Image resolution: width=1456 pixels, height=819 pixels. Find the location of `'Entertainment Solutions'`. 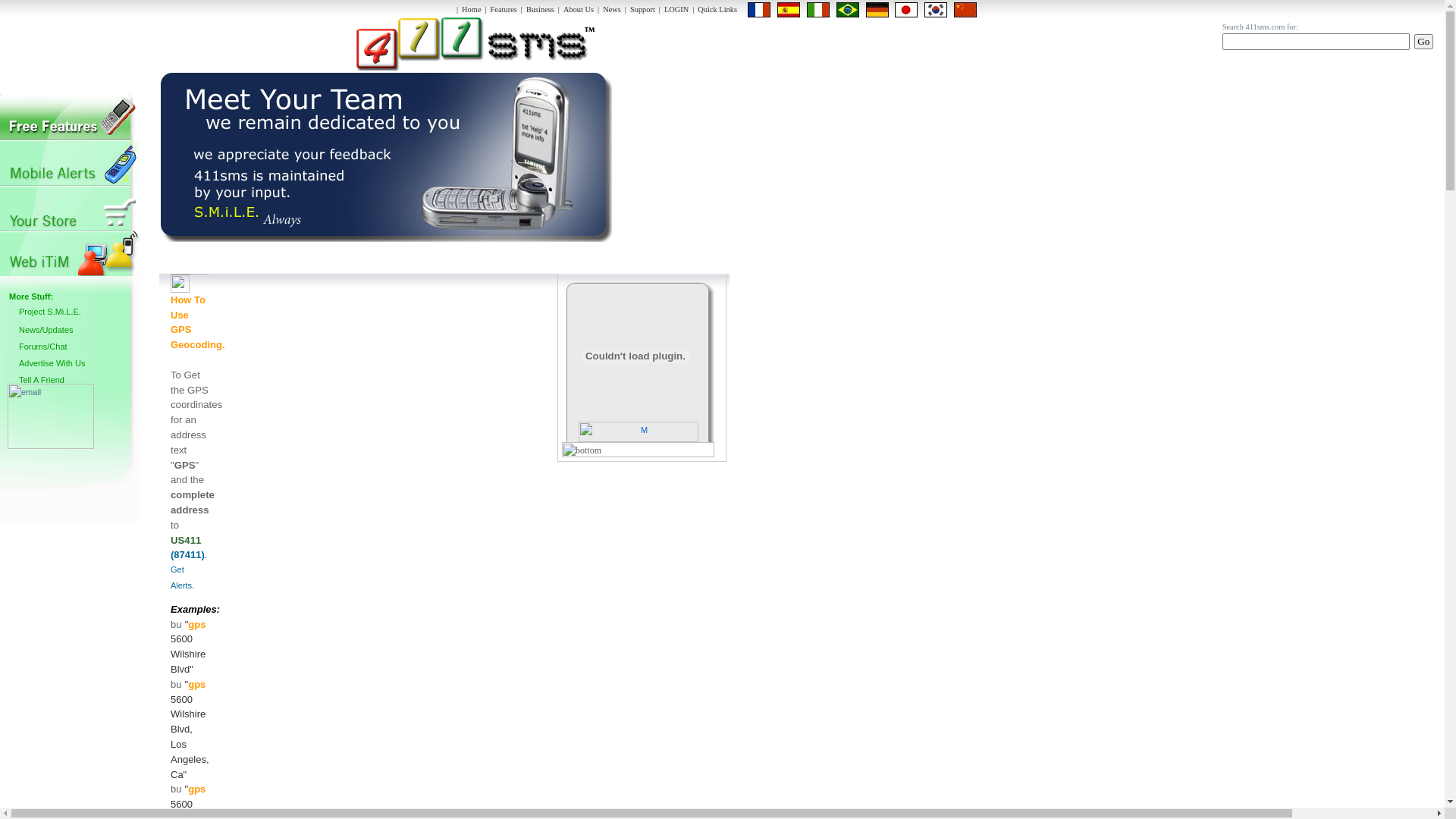

'Entertainment Solutions' is located at coordinates (0, 162).